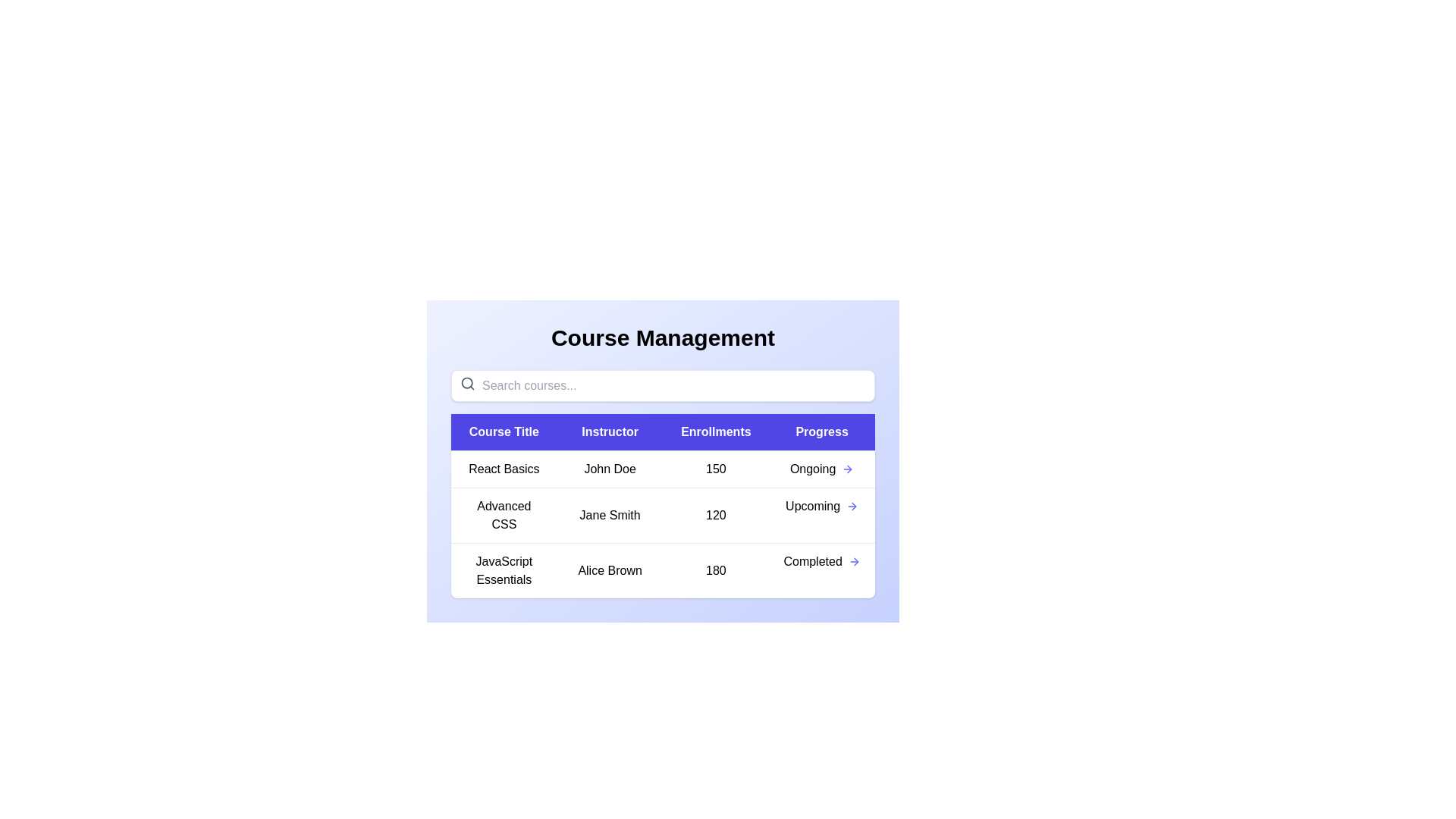  Describe the element at coordinates (847, 468) in the screenshot. I see `the progress arrow for the course titled React Basics` at that location.